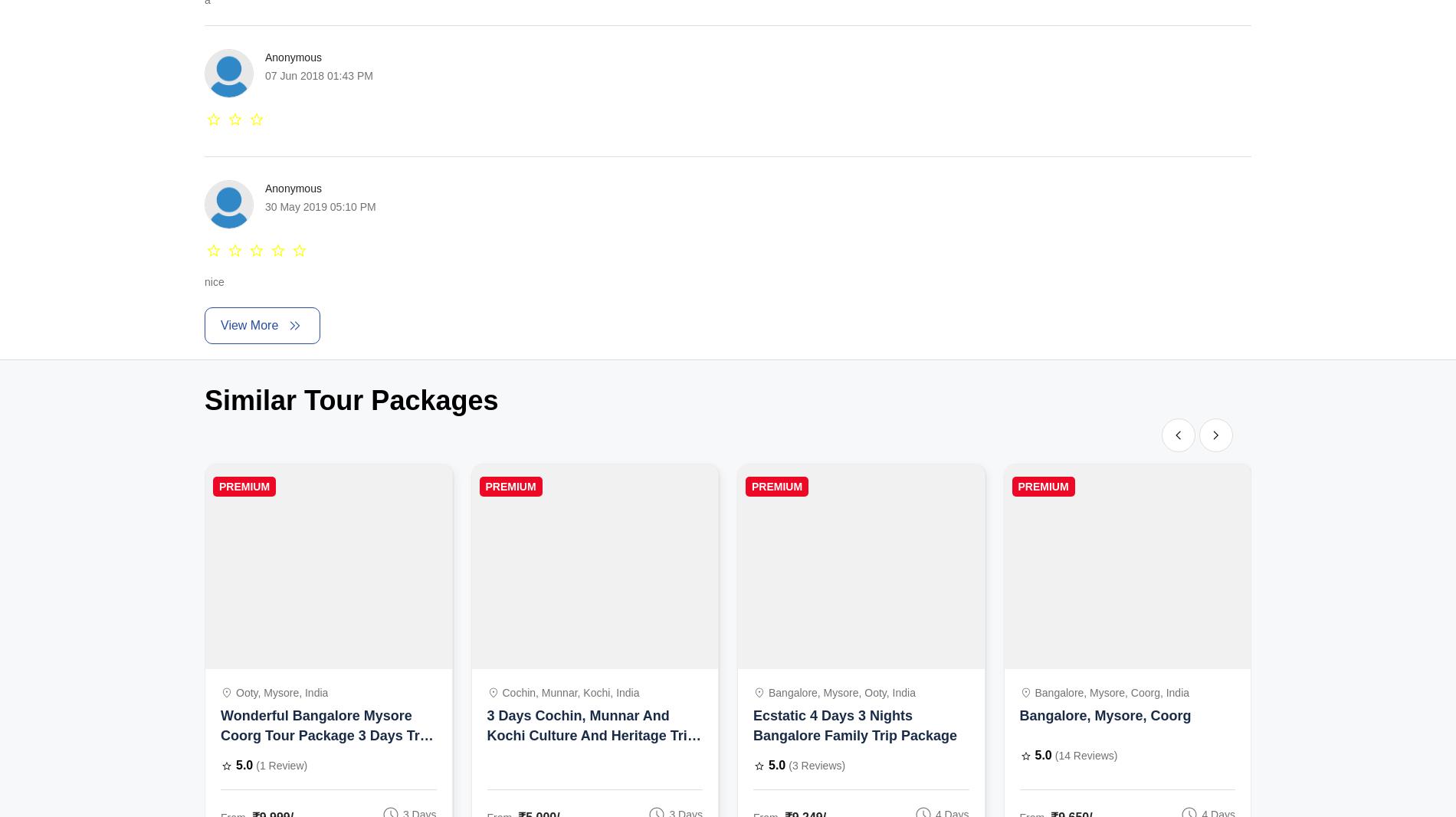  I want to click on 'chevron_left', so click(1169, 434).